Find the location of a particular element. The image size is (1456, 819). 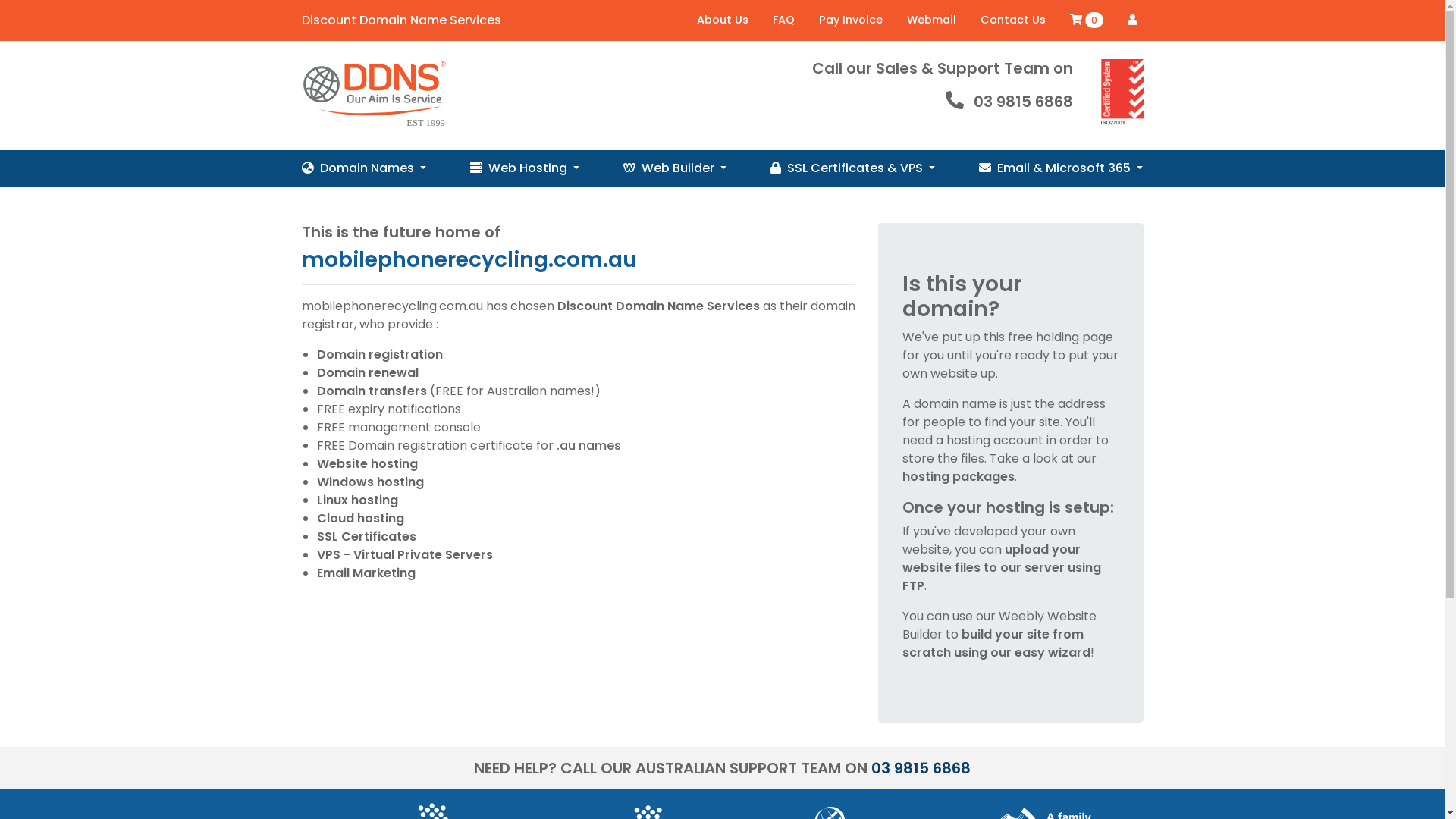

'0' is located at coordinates (1084, 20).